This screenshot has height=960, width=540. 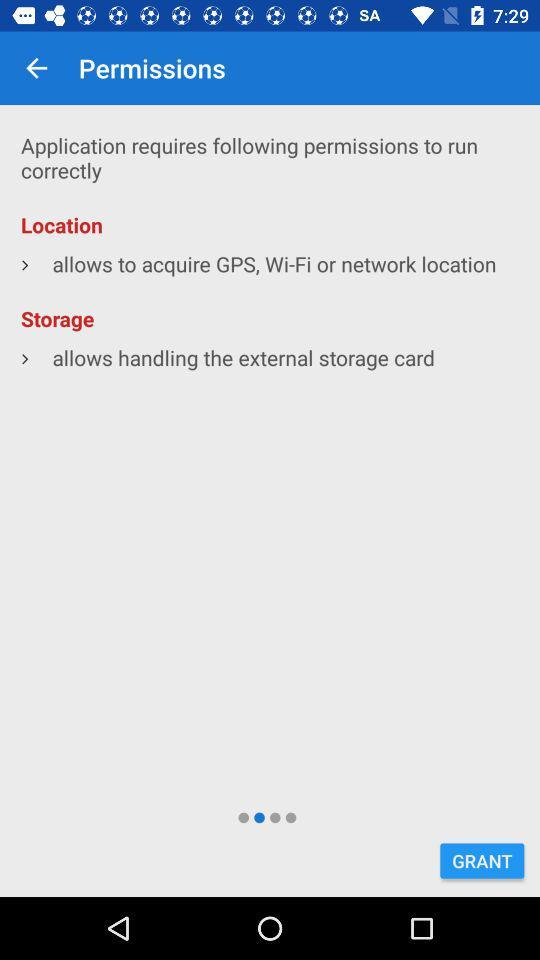 I want to click on grant, so click(x=481, y=860).